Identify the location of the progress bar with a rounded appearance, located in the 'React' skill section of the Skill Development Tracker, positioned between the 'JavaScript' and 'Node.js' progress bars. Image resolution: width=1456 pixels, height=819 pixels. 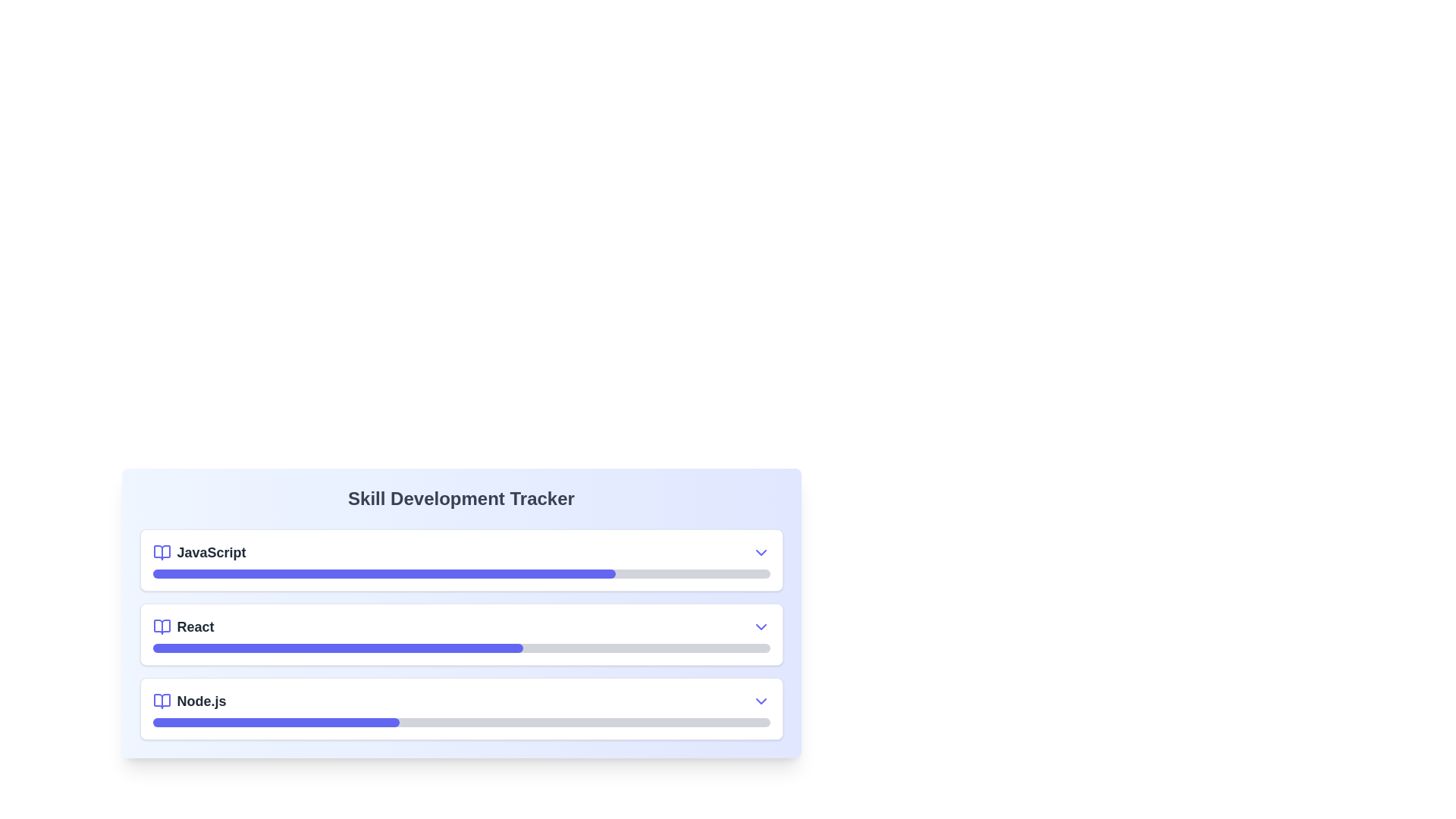
(460, 648).